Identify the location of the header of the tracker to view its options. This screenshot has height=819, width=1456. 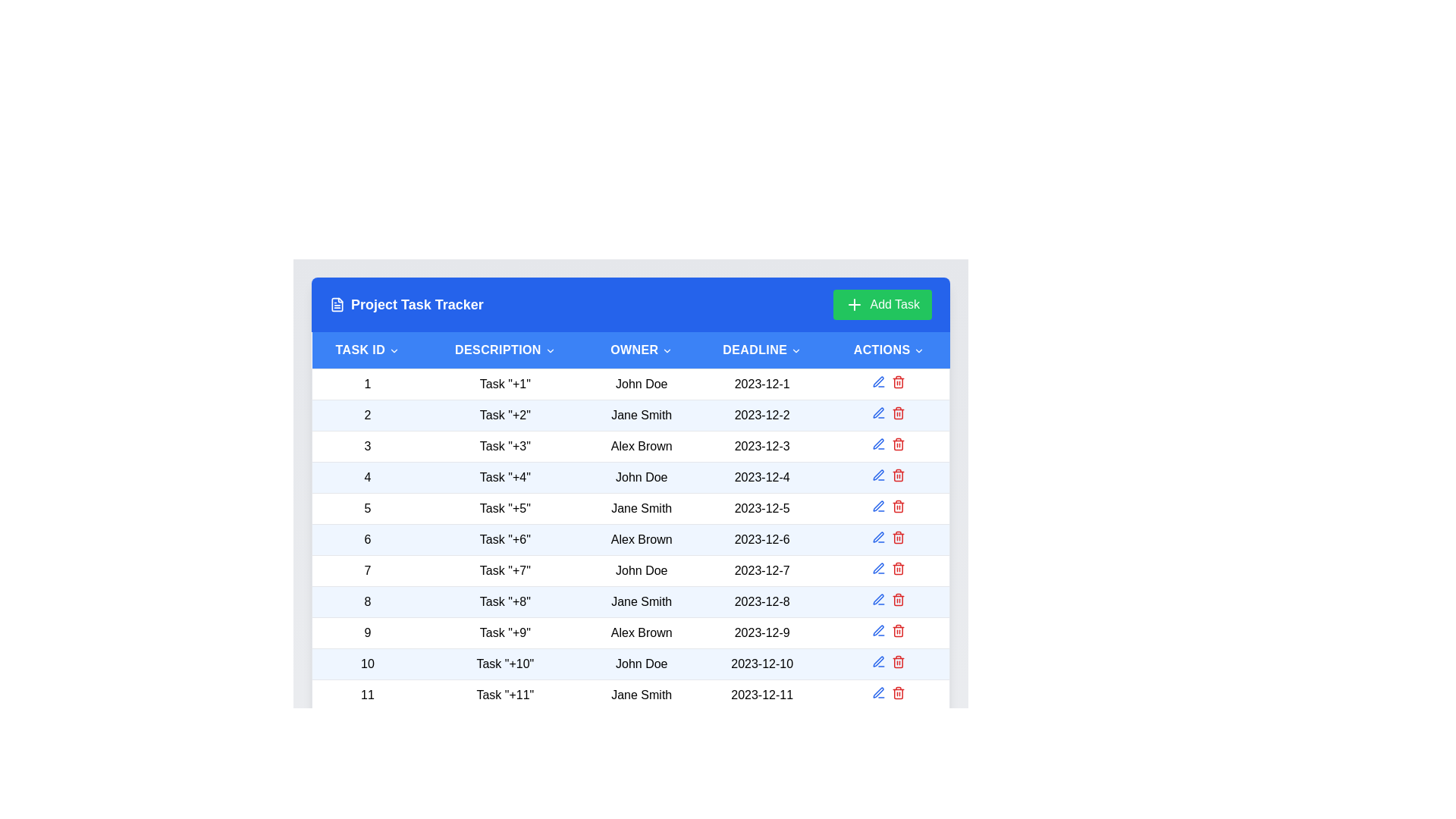
(630, 304).